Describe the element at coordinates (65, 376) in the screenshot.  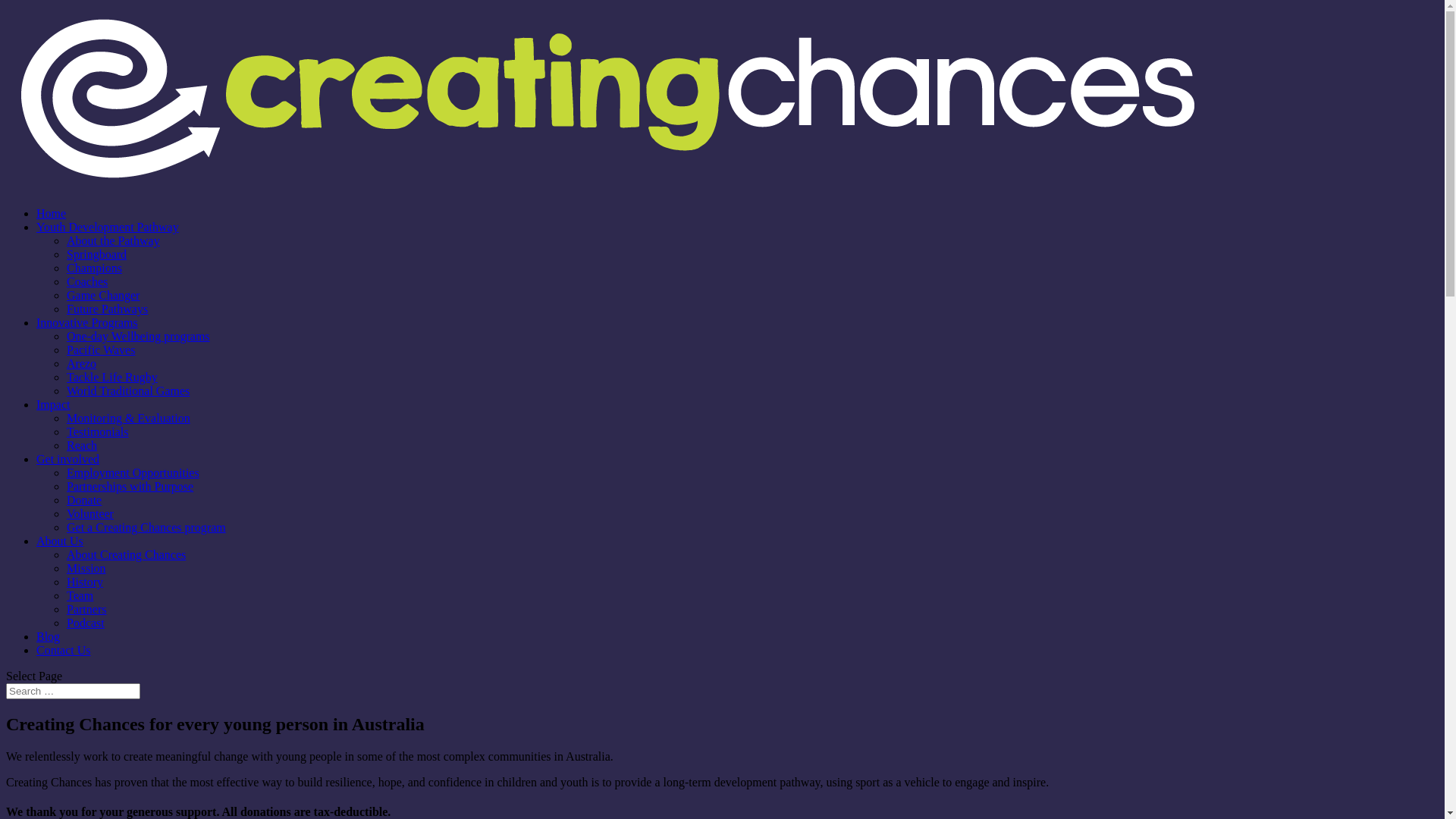
I see `'Tackle Life Rugby'` at that location.